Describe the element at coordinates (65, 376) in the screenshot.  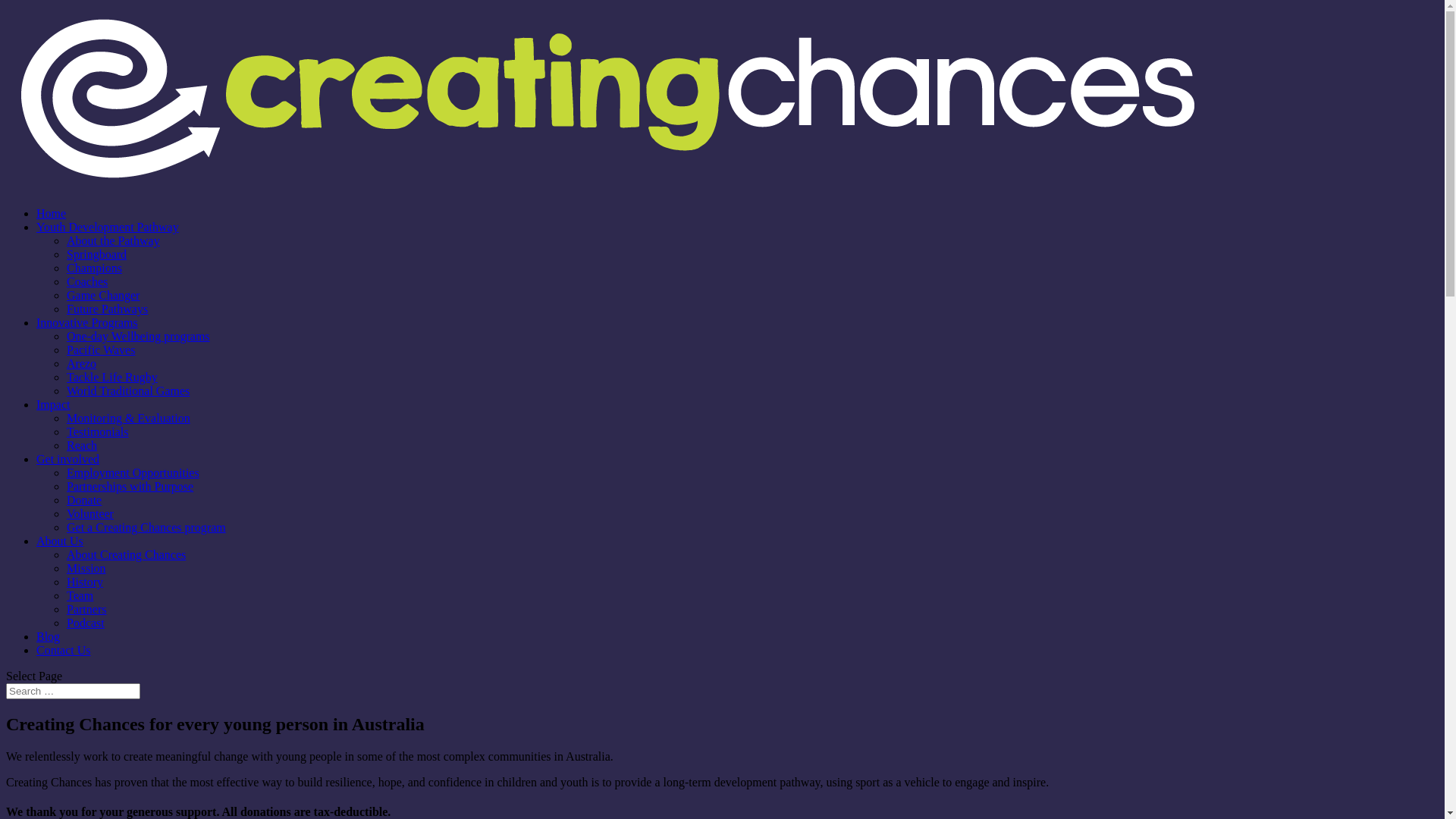
I see `'Tackle Life Rugby'` at that location.